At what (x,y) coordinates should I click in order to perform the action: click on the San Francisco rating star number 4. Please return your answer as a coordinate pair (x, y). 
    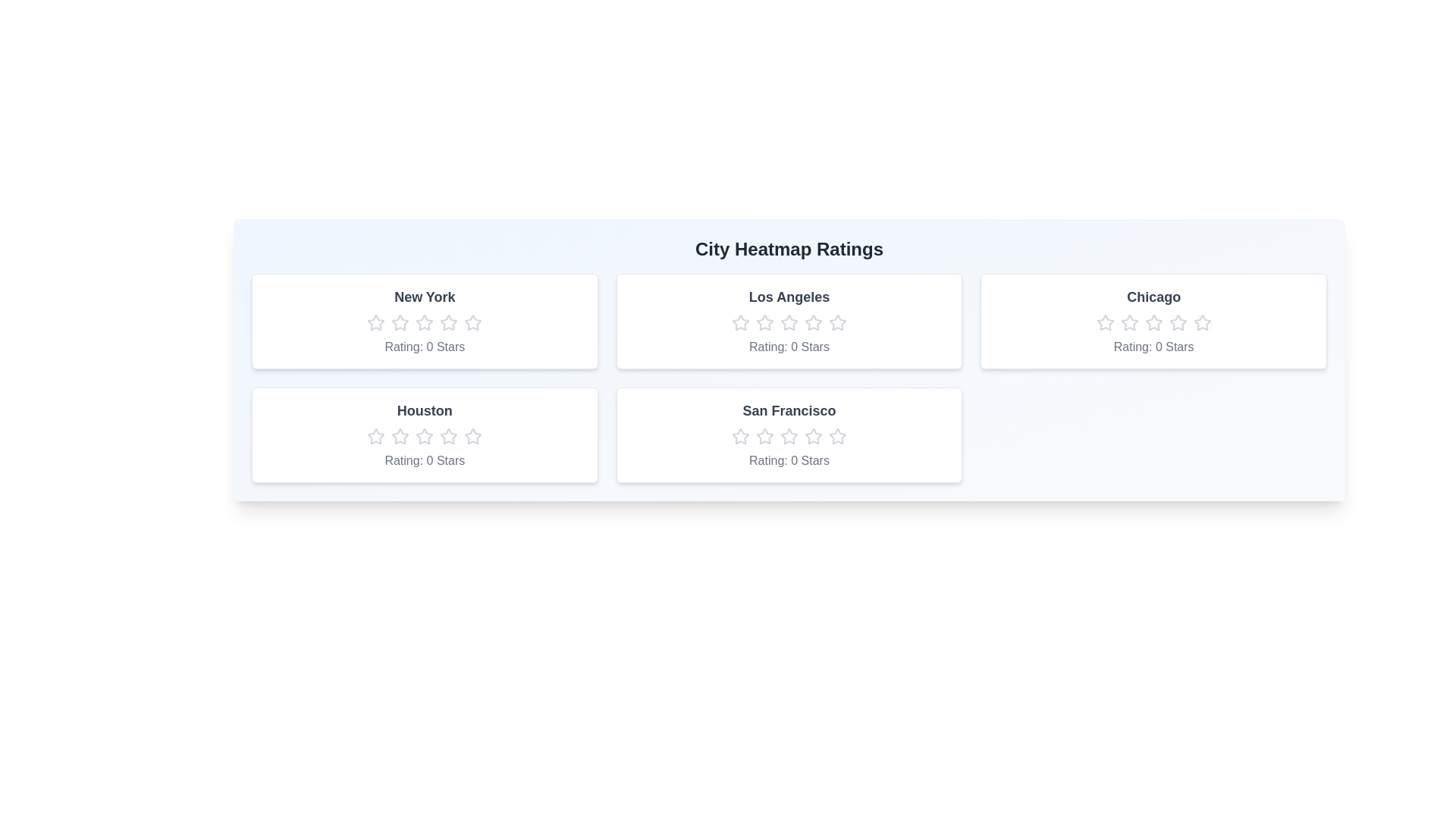
    Looking at the image, I should click on (812, 436).